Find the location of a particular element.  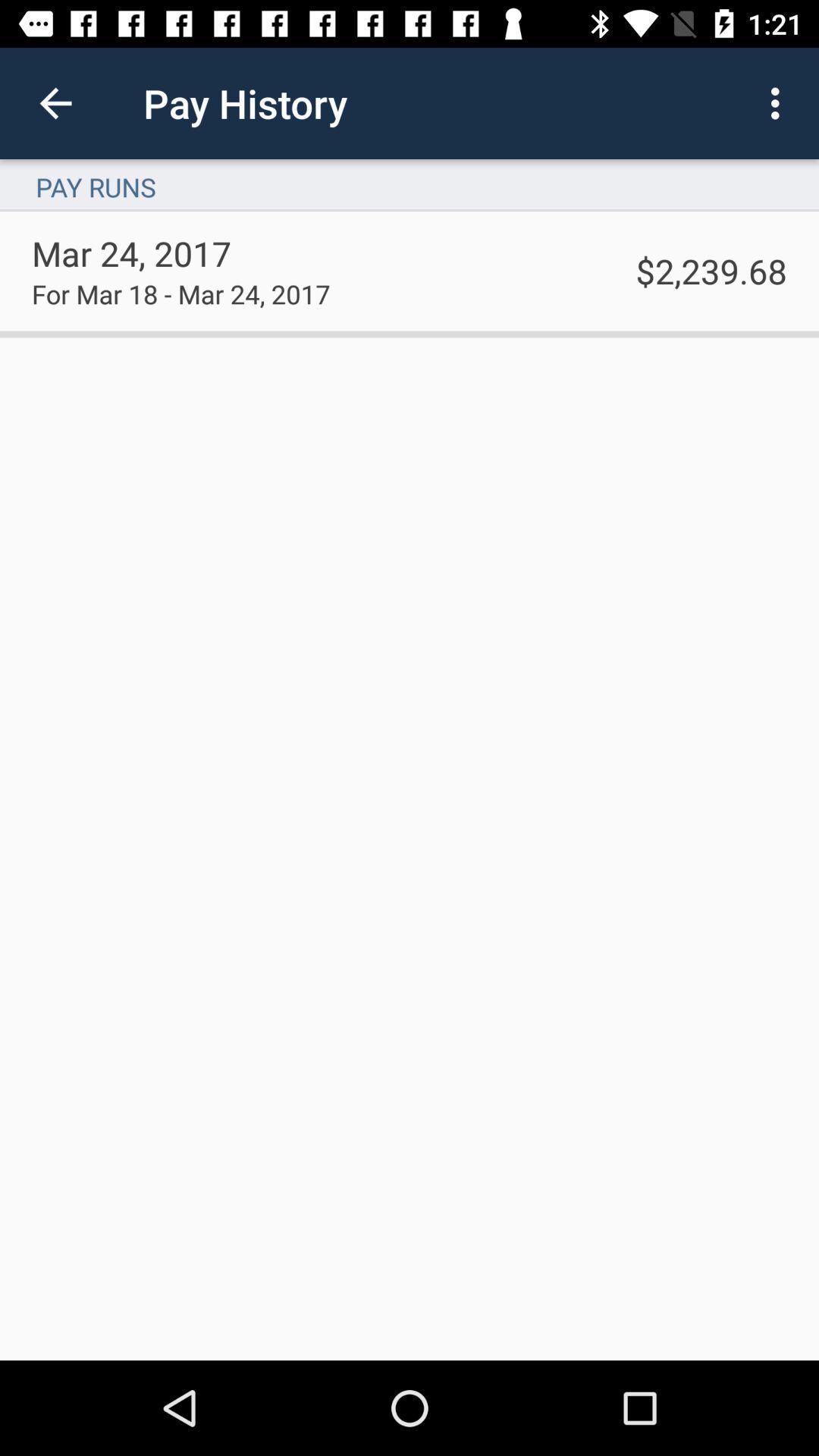

the item above pay runs icon is located at coordinates (55, 102).